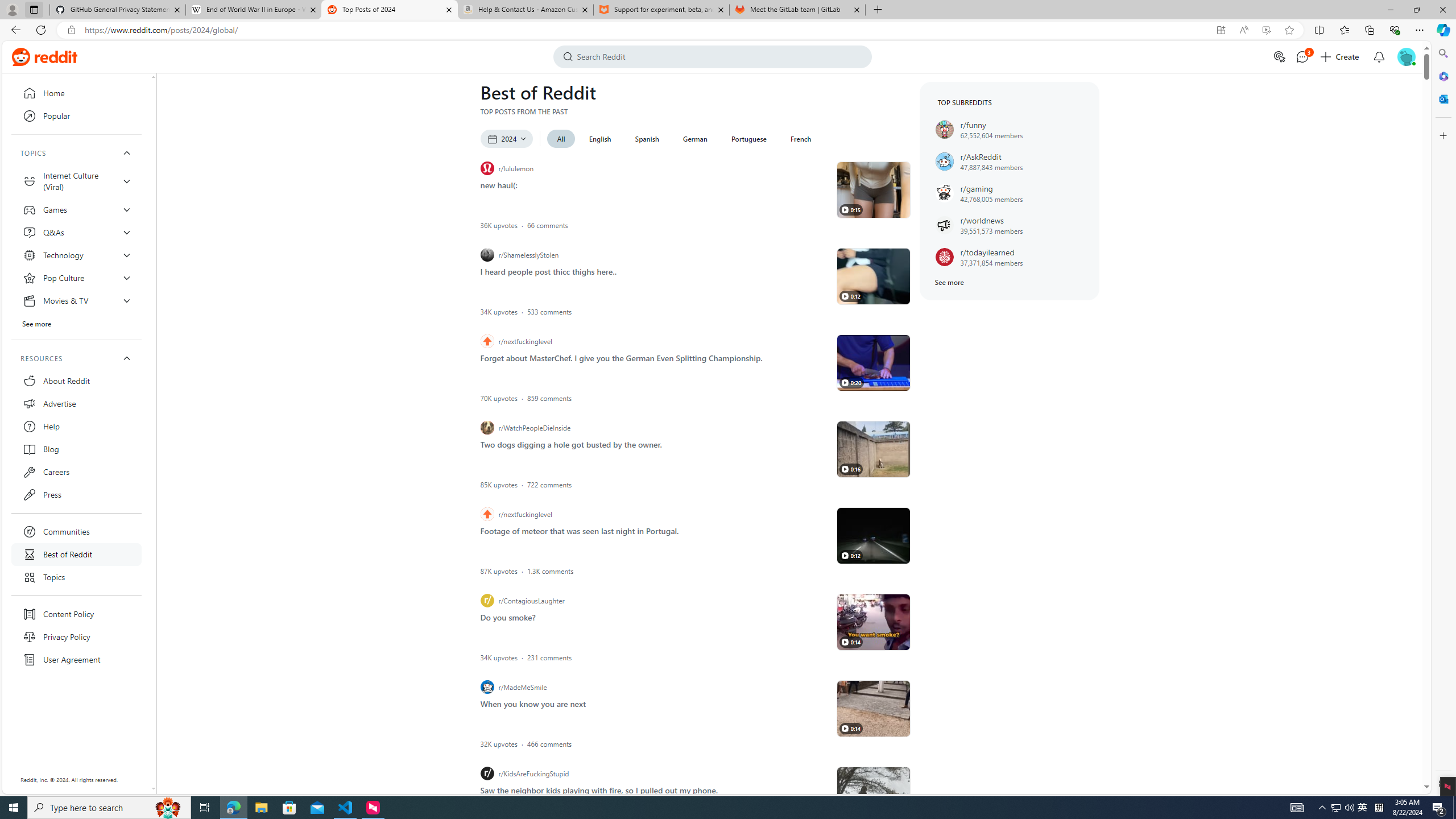 The image size is (1456, 819). Describe the element at coordinates (487, 514) in the screenshot. I see `'r/nextfuckinglevel icon'` at that location.